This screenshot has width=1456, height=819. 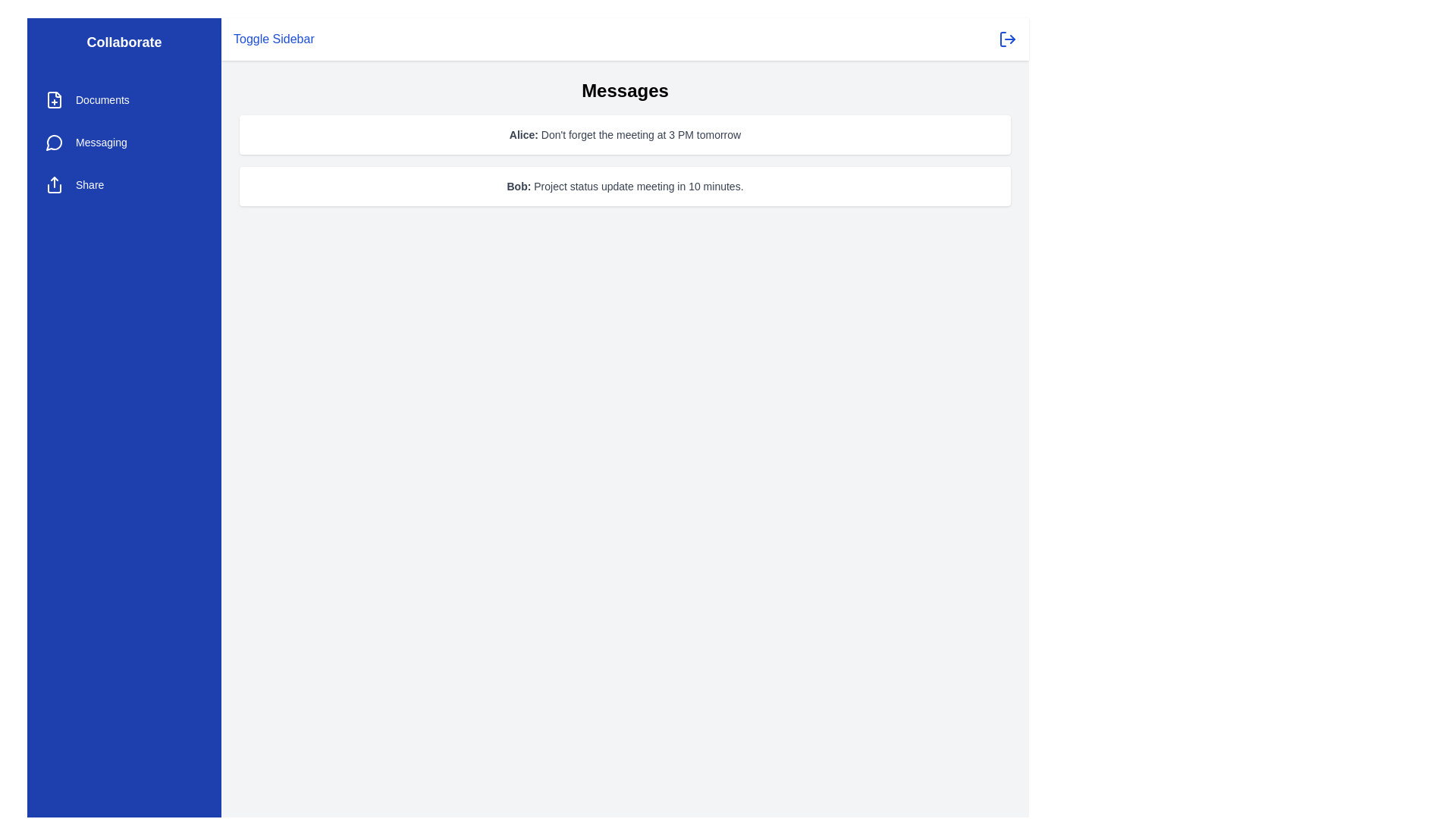 I want to click on the navigational text label located in the left-hand sidebar, positioned second from the top, so click(x=102, y=99).